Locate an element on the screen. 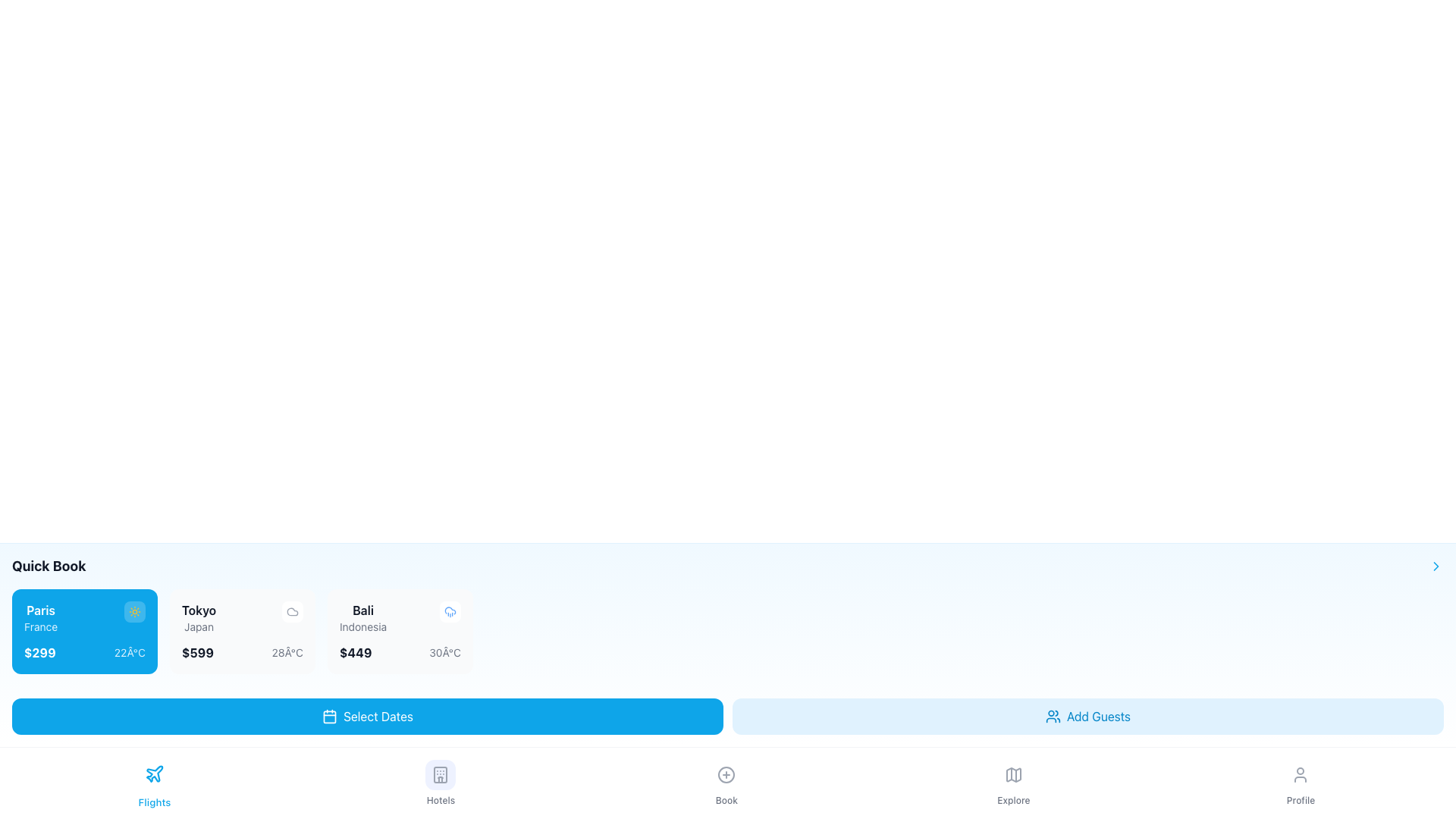 This screenshot has width=1456, height=819. the weather icon representing the 'Tokyo' destination located at the top-right corner of the 'Tokyo' section within the 'Quick Book' area is located at coordinates (292, 610).